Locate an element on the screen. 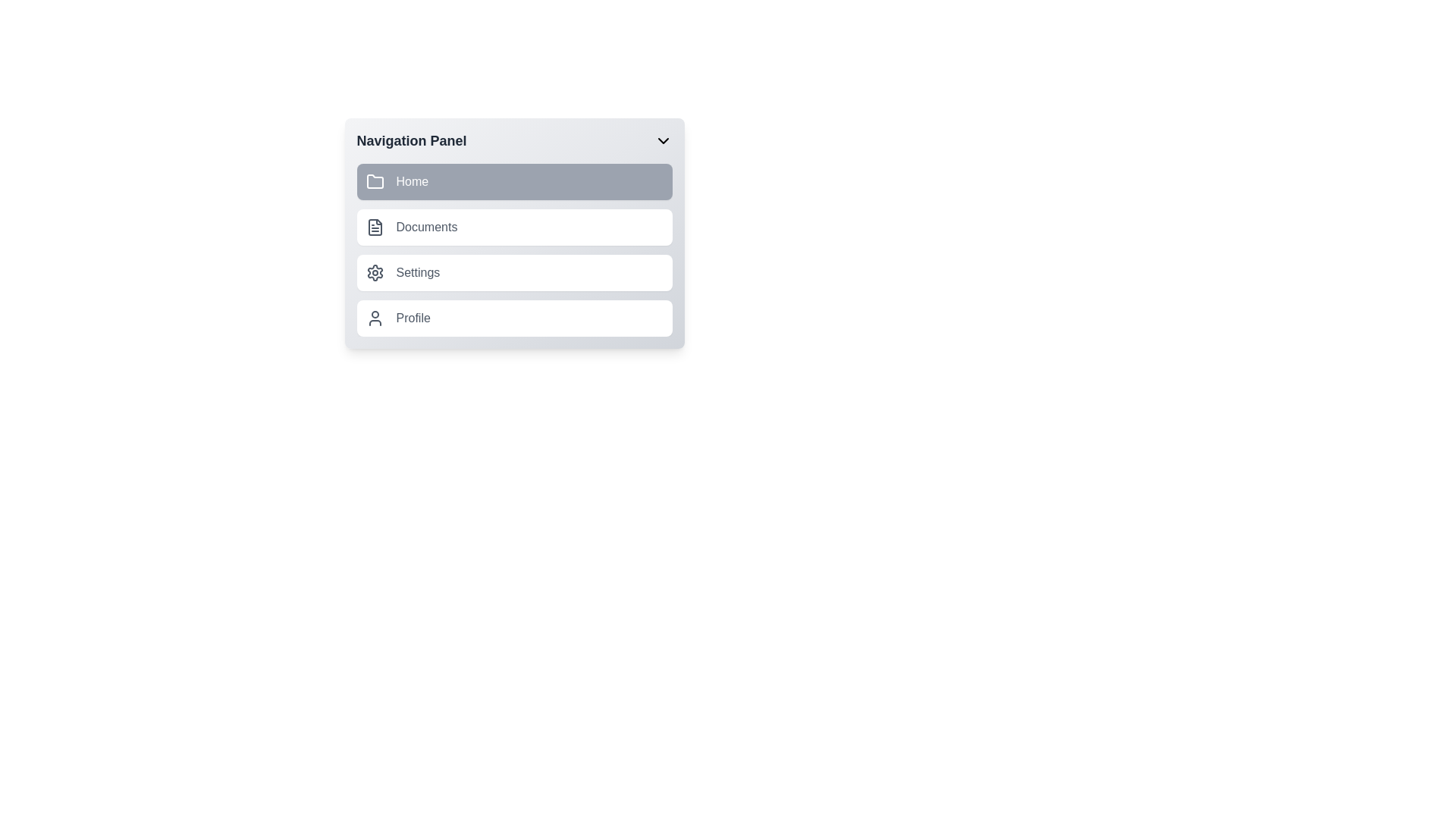  the 'Settings' menu item, which is the third option in the vertical navigation panel is located at coordinates (514, 271).